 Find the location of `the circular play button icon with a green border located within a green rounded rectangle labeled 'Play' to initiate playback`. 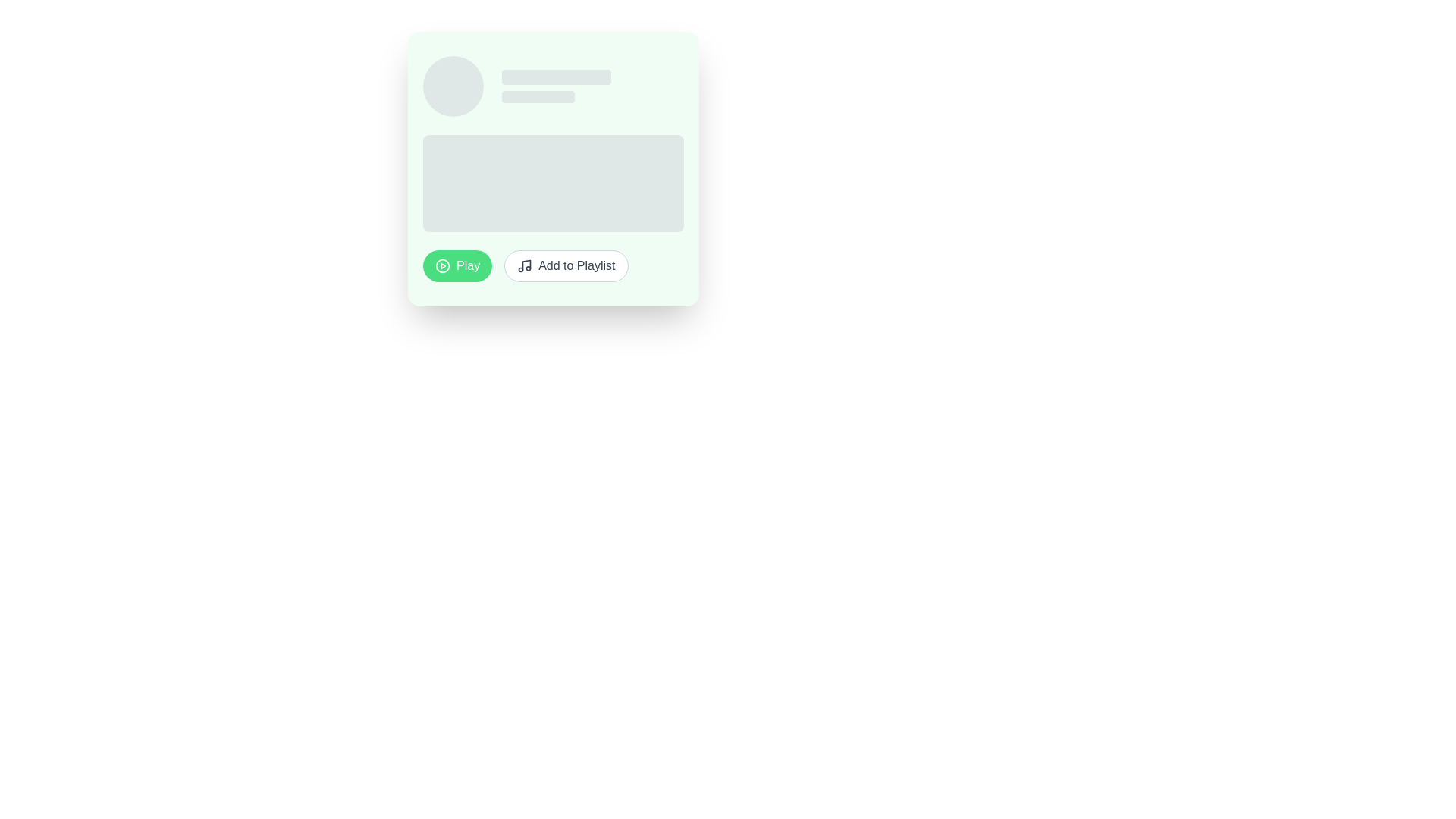

the circular play button icon with a green border located within a green rounded rectangle labeled 'Play' to initiate playback is located at coordinates (442, 265).